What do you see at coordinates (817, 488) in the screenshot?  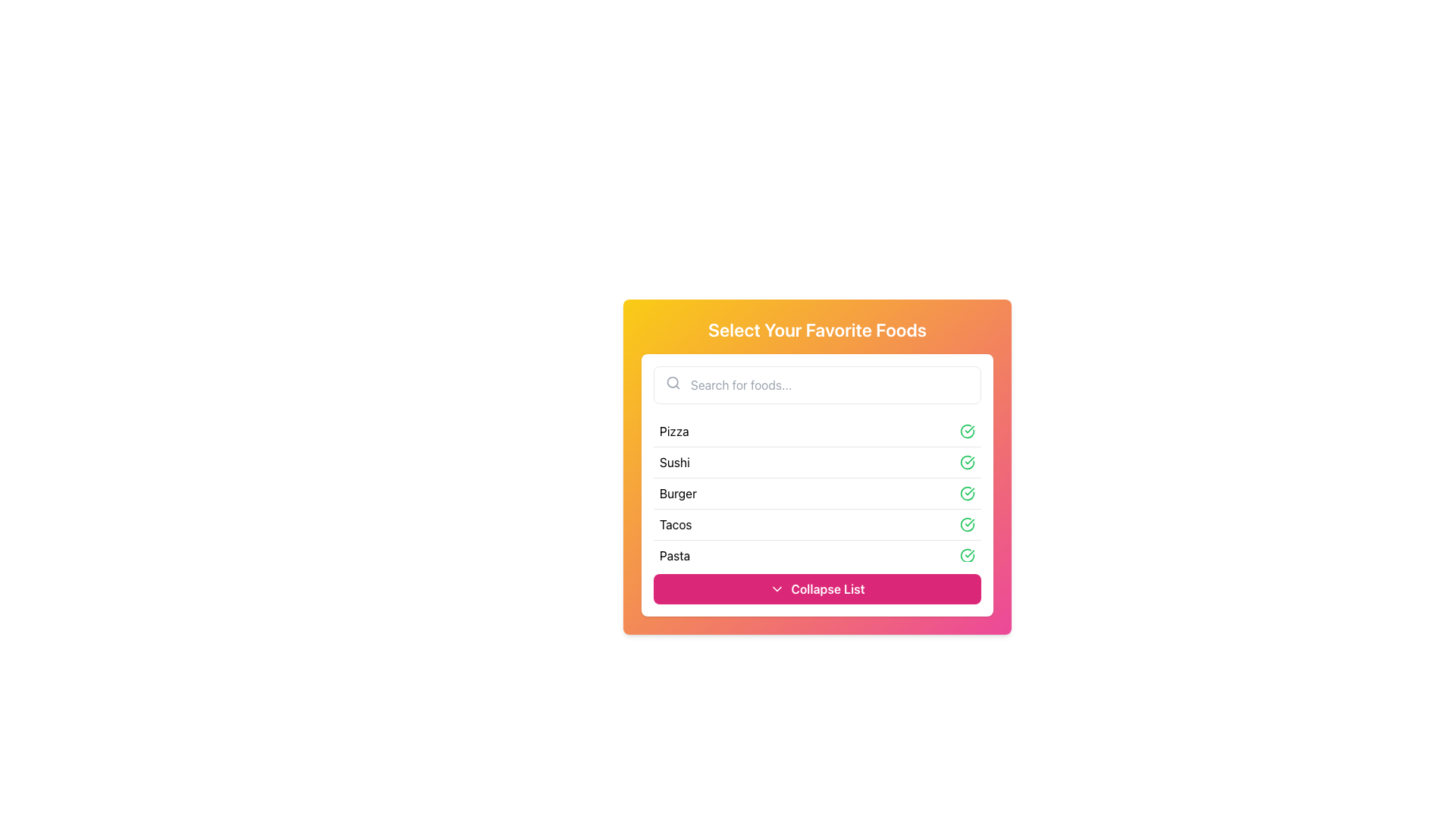 I see `the third selectable item in the list labeled 'Select Your Favorite Foods', which is positioned centrally between 'Sushi' and 'Tacos'` at bounding box center [817, 488].